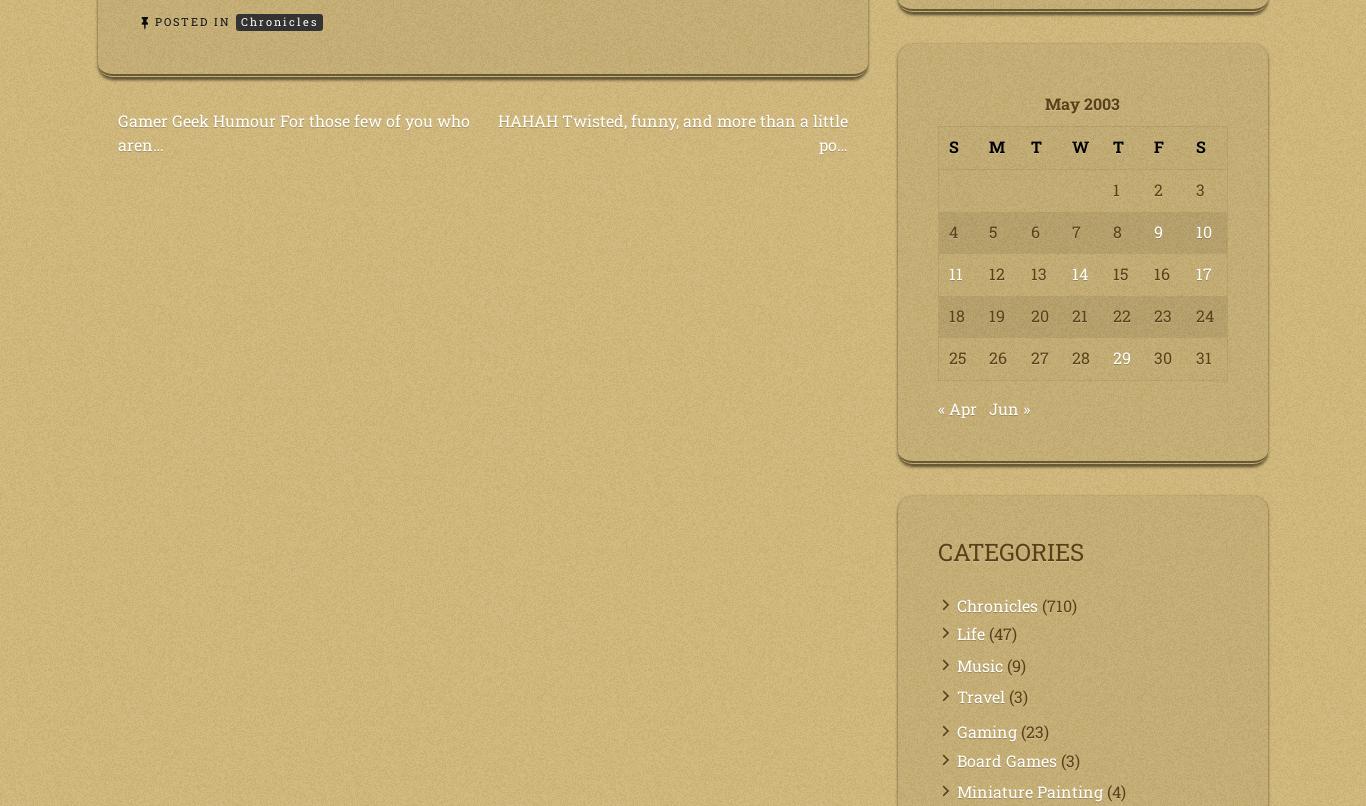  I want to click on '« Apr', so click(957, 407).